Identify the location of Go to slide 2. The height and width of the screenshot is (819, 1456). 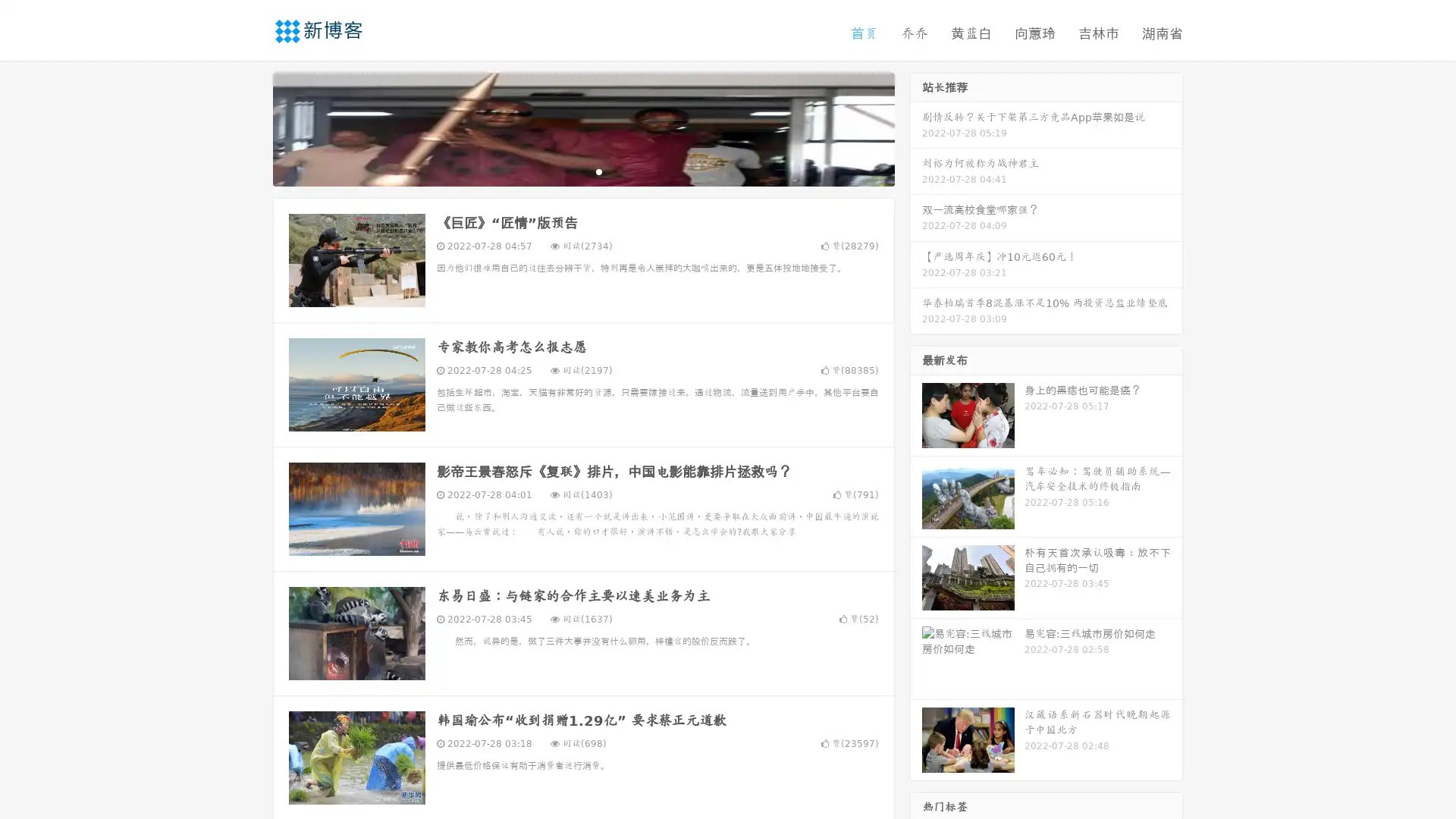
(582, 171).